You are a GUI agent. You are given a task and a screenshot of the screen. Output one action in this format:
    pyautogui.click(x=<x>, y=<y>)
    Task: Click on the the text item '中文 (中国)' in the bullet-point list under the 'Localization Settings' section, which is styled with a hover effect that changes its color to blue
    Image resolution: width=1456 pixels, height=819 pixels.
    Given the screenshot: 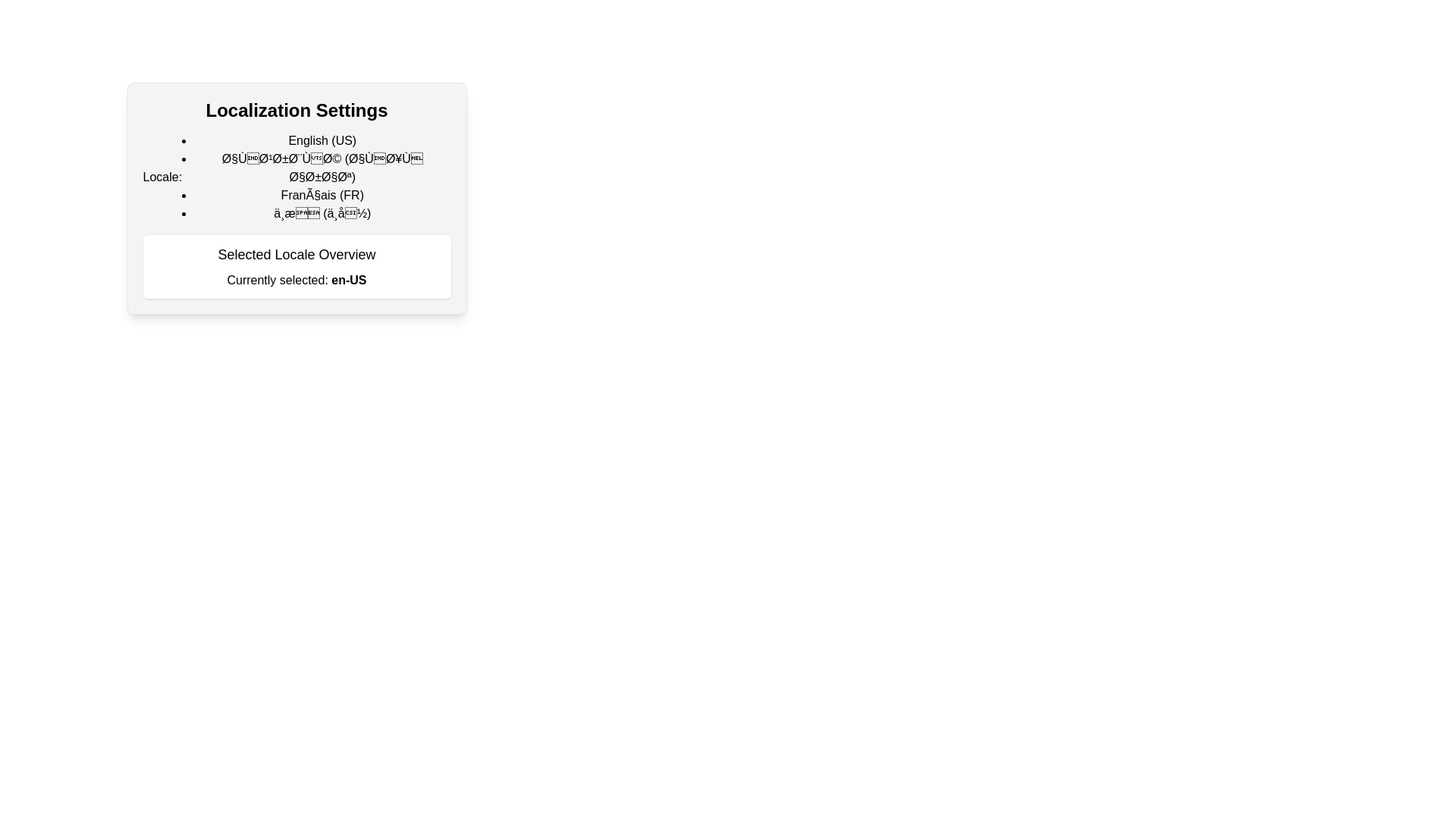 What is the action you would take?
    pyautogui.click(x=322, y=213)
    